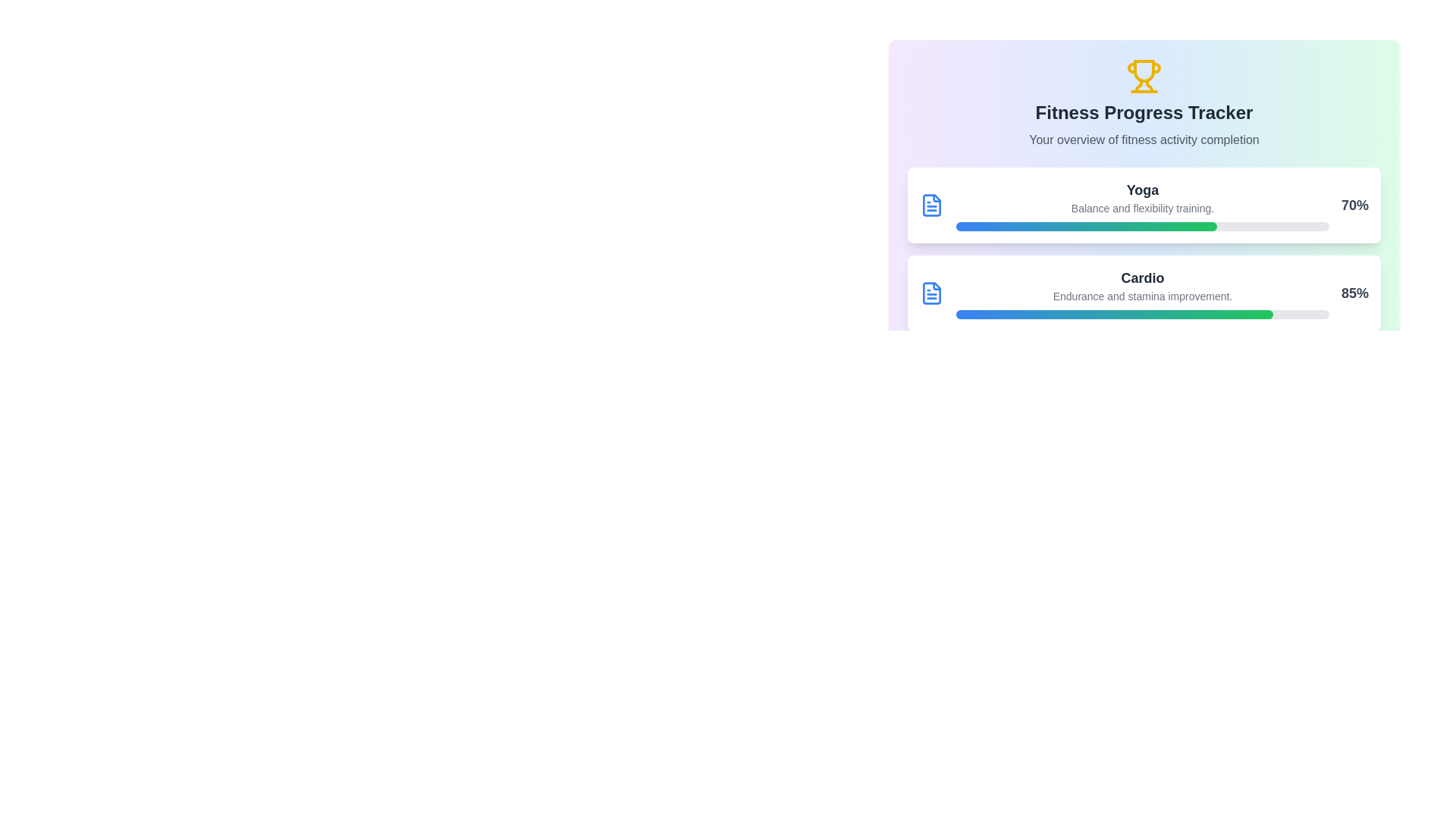 The height and width of the screenshot is (819, 1456). Describe the element at coordinates (1144, 293) in the screenshot. I see `the Progress display block for the 'Cardio' fitness activity, which shows an 85% filled progress bar and is located below the 'Yoga' activity in the 'Fitness Progress Tracker' panel` at that location.